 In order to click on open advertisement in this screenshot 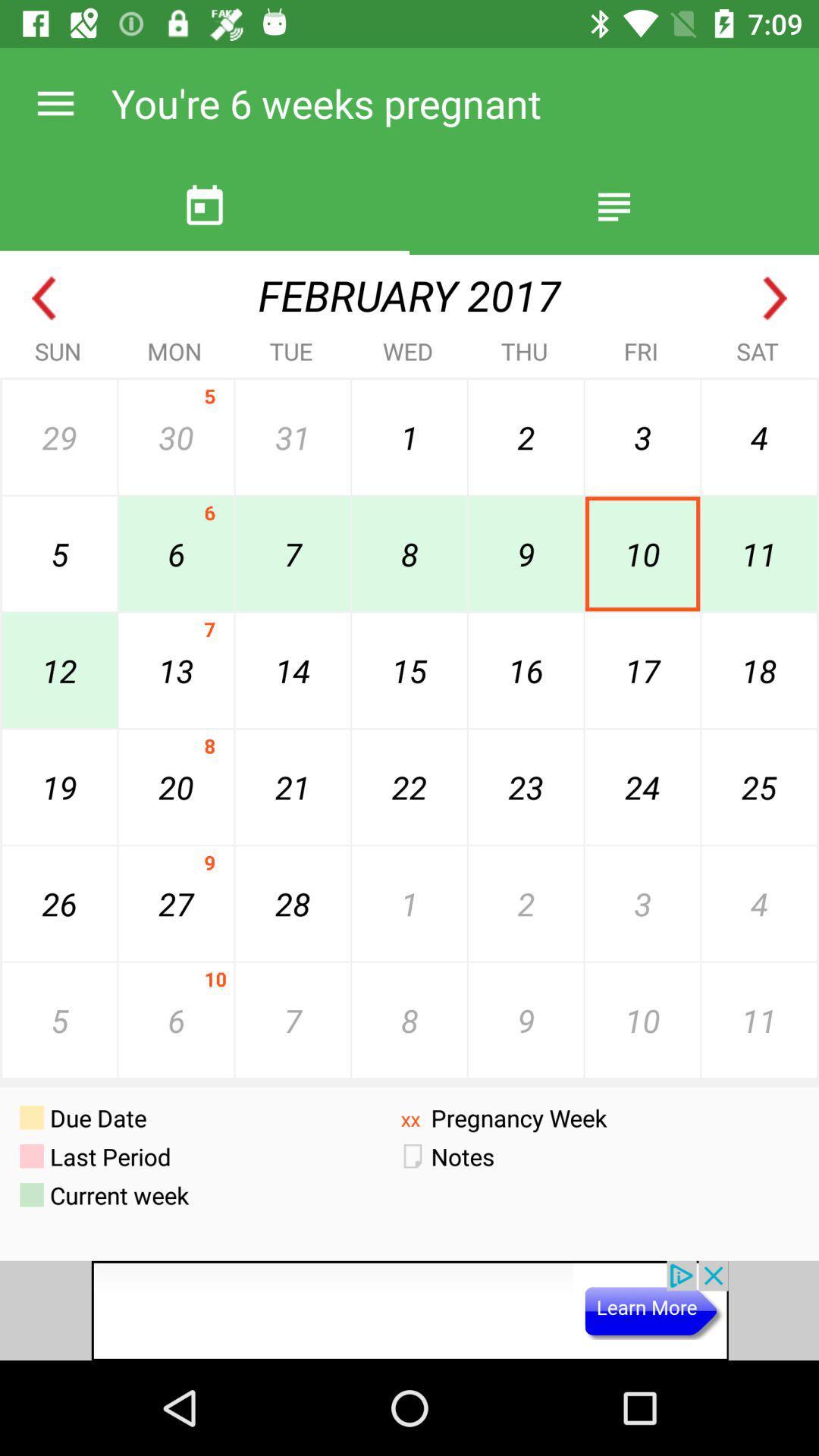, I will do `click(409, 1310)`.